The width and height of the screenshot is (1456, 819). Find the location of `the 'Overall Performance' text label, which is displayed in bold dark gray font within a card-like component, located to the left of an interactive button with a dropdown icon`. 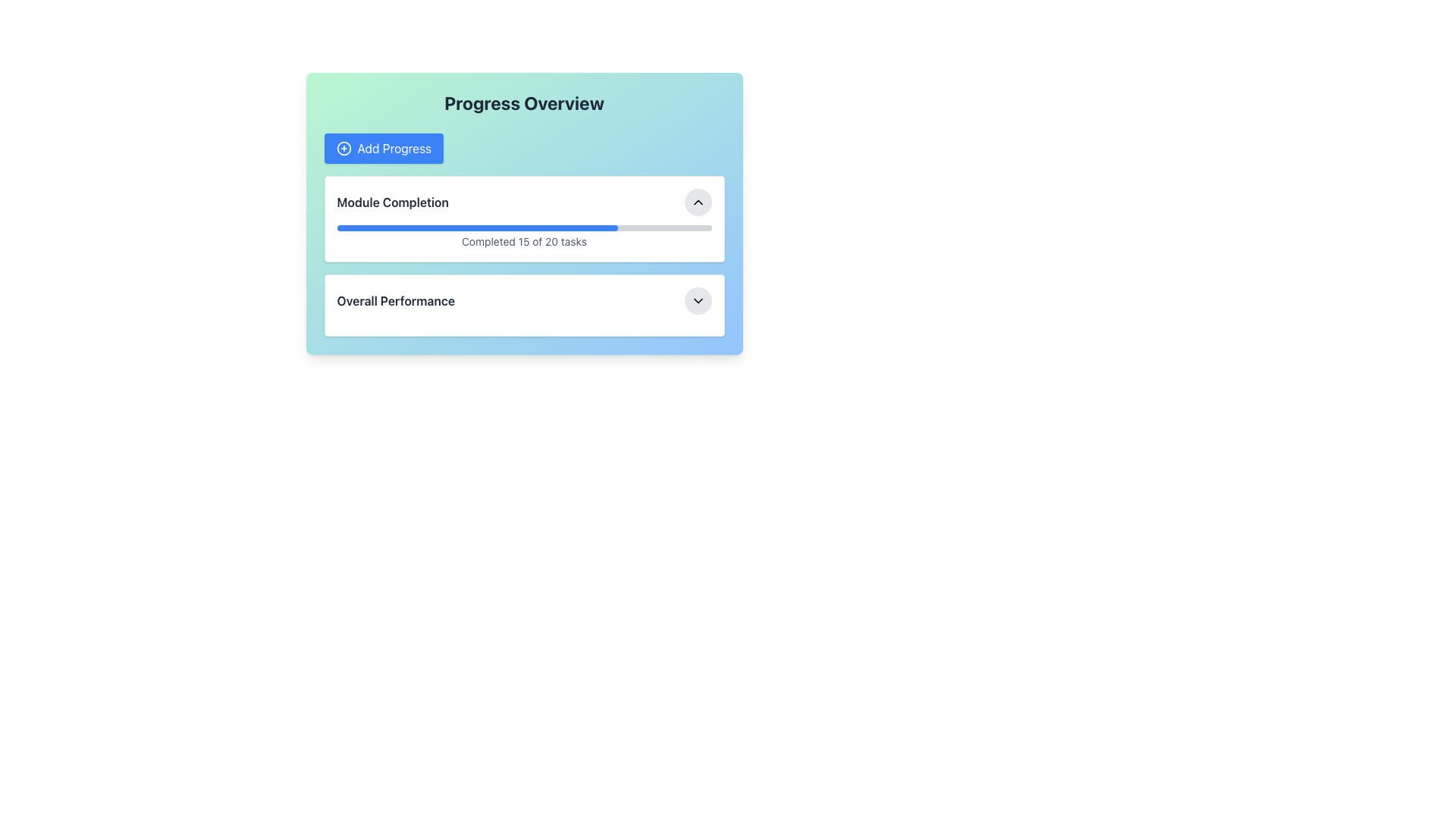

the 'Overall Performance' text label, which is displayed in bold dark gray font within a card-like component, located to the left of an interactive button with a dropdown icon is located at coordinates (396, 301).